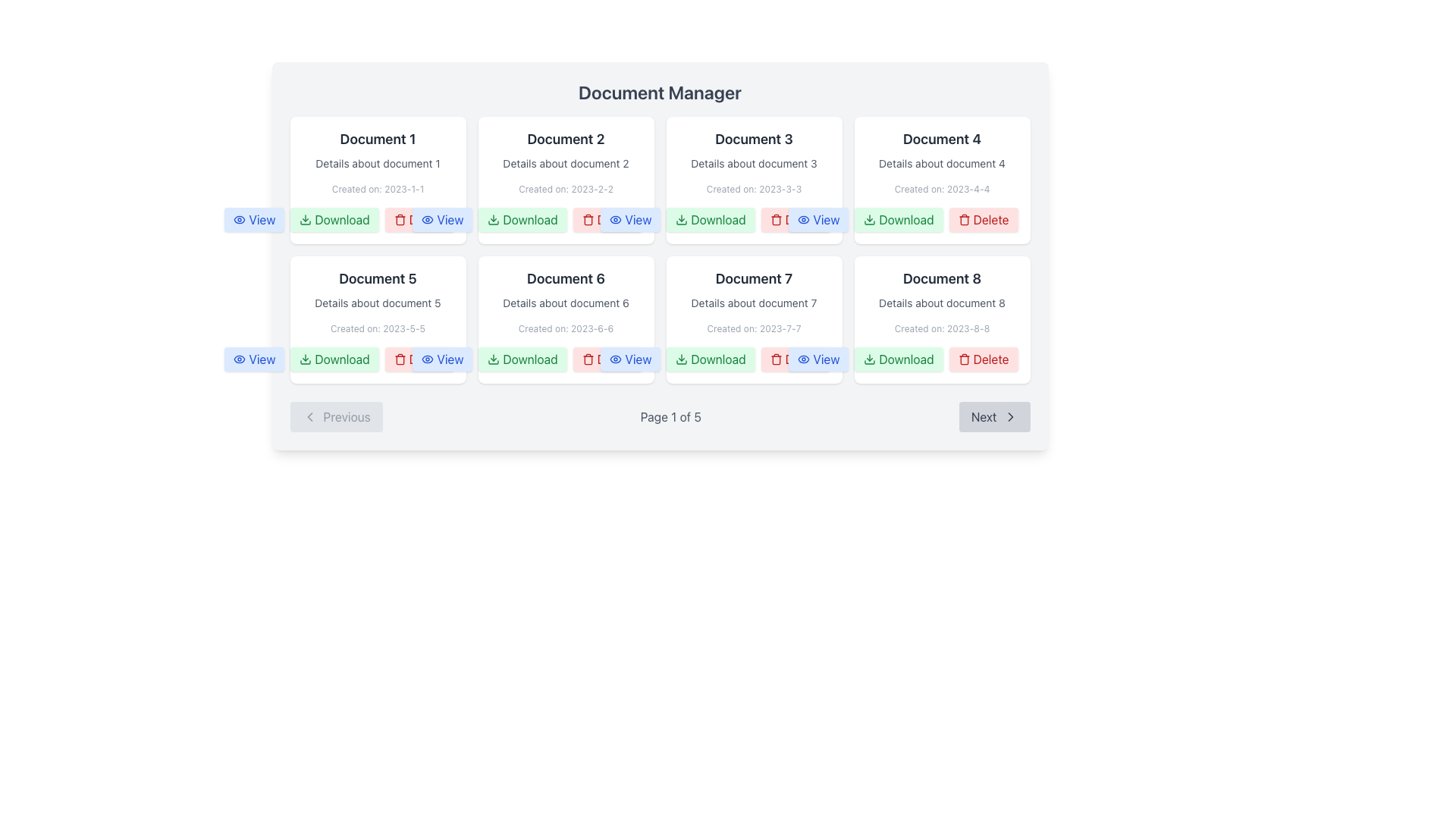  Describe the element at coordinates (1010, 417) in the screenshot. I see `the chevron icon located within the 'Next' button at the bottom-right corner of the interface, which indicates progression to the next page or section` at that location.